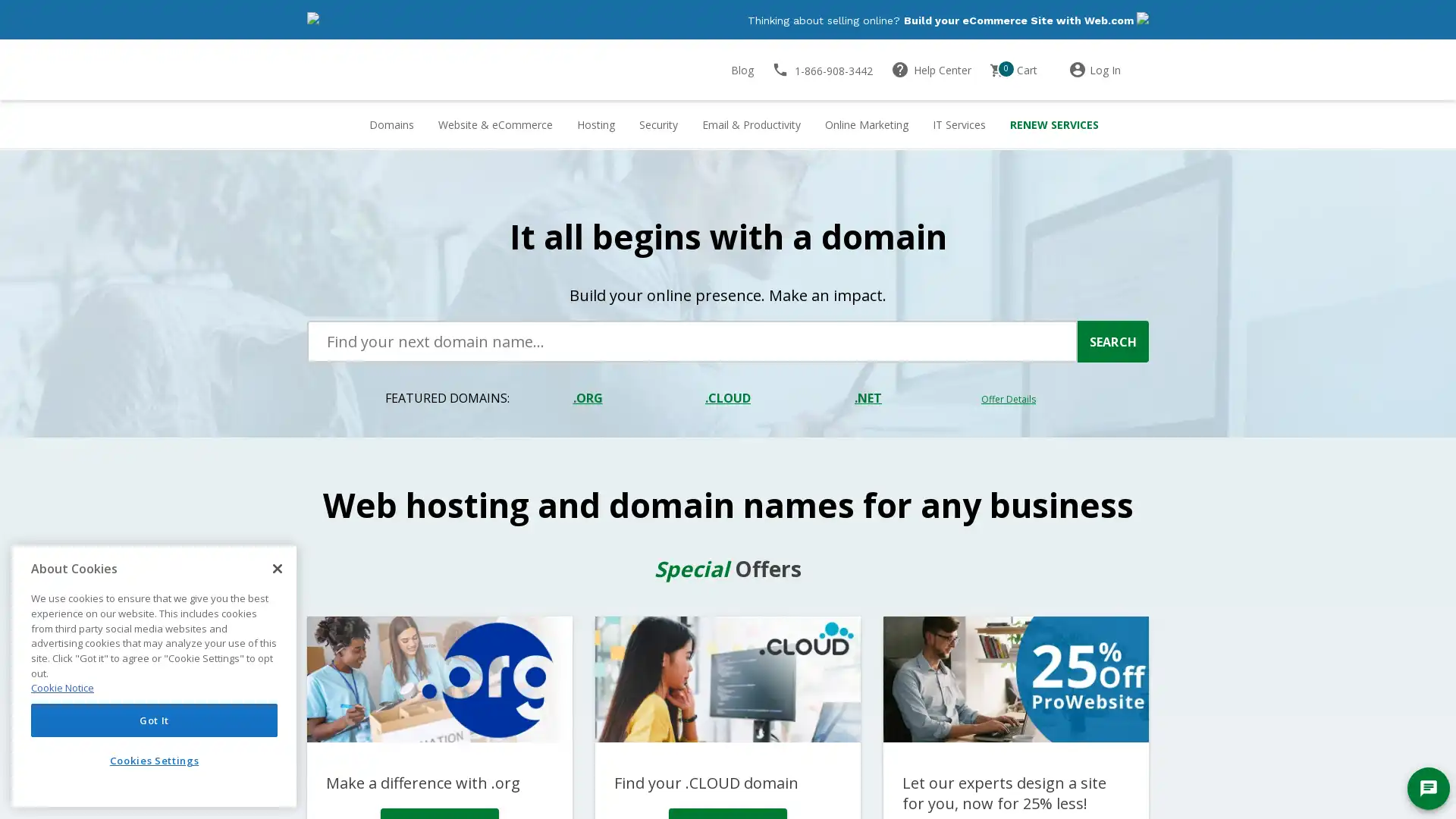  I want to click on SEARCH, so click(1112, 341).